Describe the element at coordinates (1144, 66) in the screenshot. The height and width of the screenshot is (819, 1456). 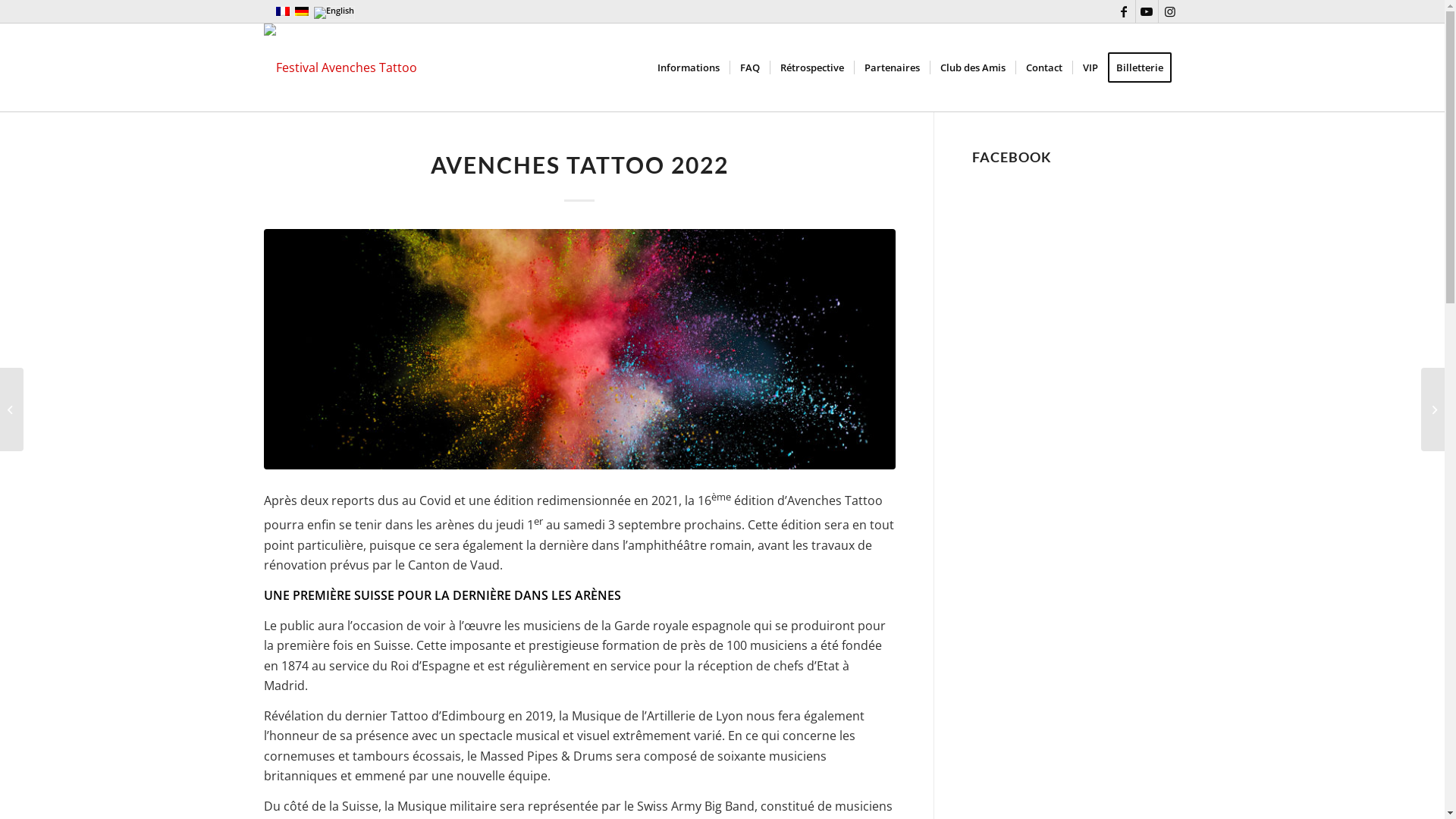
I see `'Billetterie'` at that location.